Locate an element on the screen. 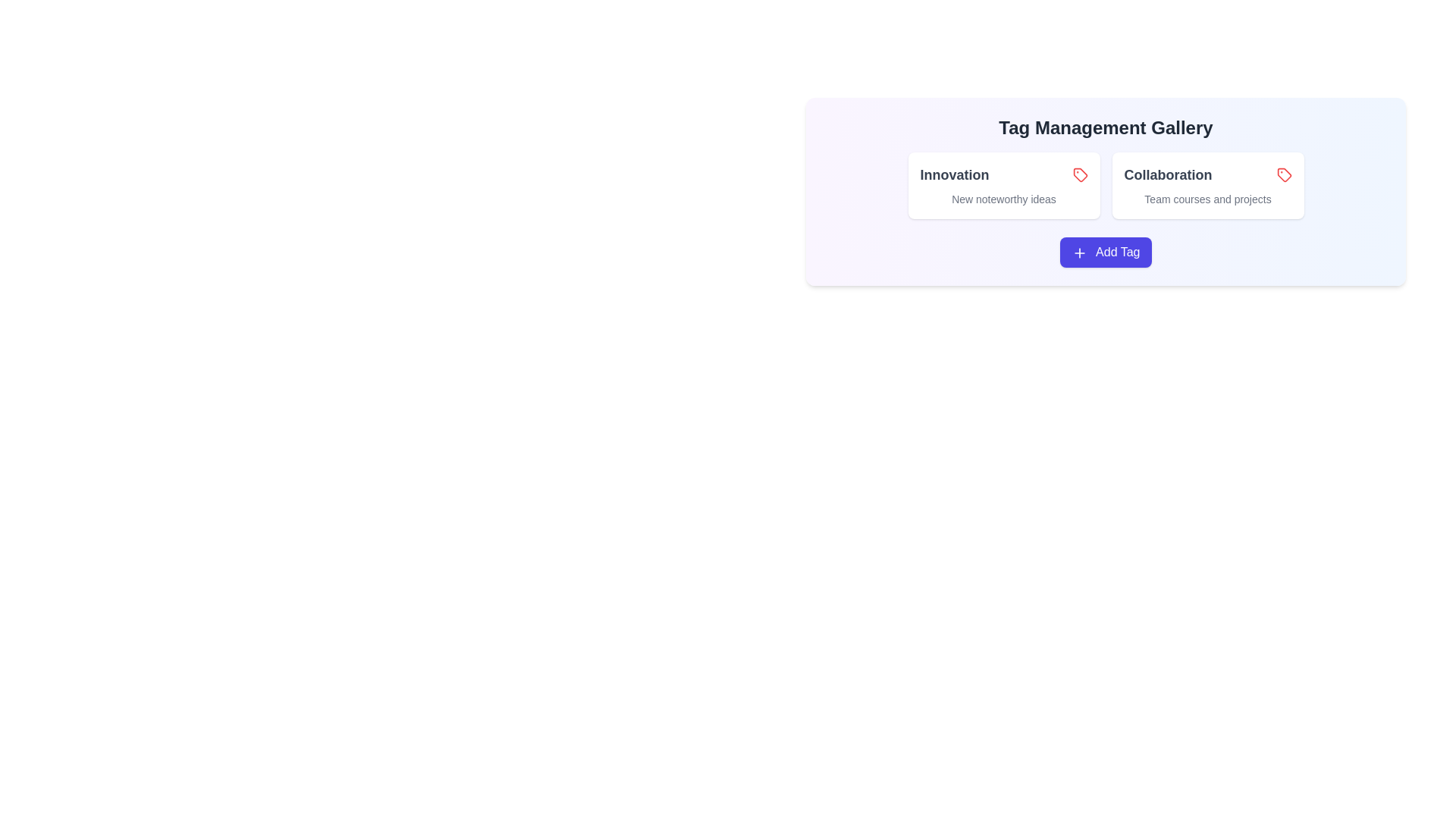 Image resolution: width=1456 pixels, height=819 pixels. the text label located in the Tag Management Gallery, which serves as the title for the card titled 'Collaboration'. This label is positioned above the description 'Team courses and projects' is located at coordinates (1207, 174).